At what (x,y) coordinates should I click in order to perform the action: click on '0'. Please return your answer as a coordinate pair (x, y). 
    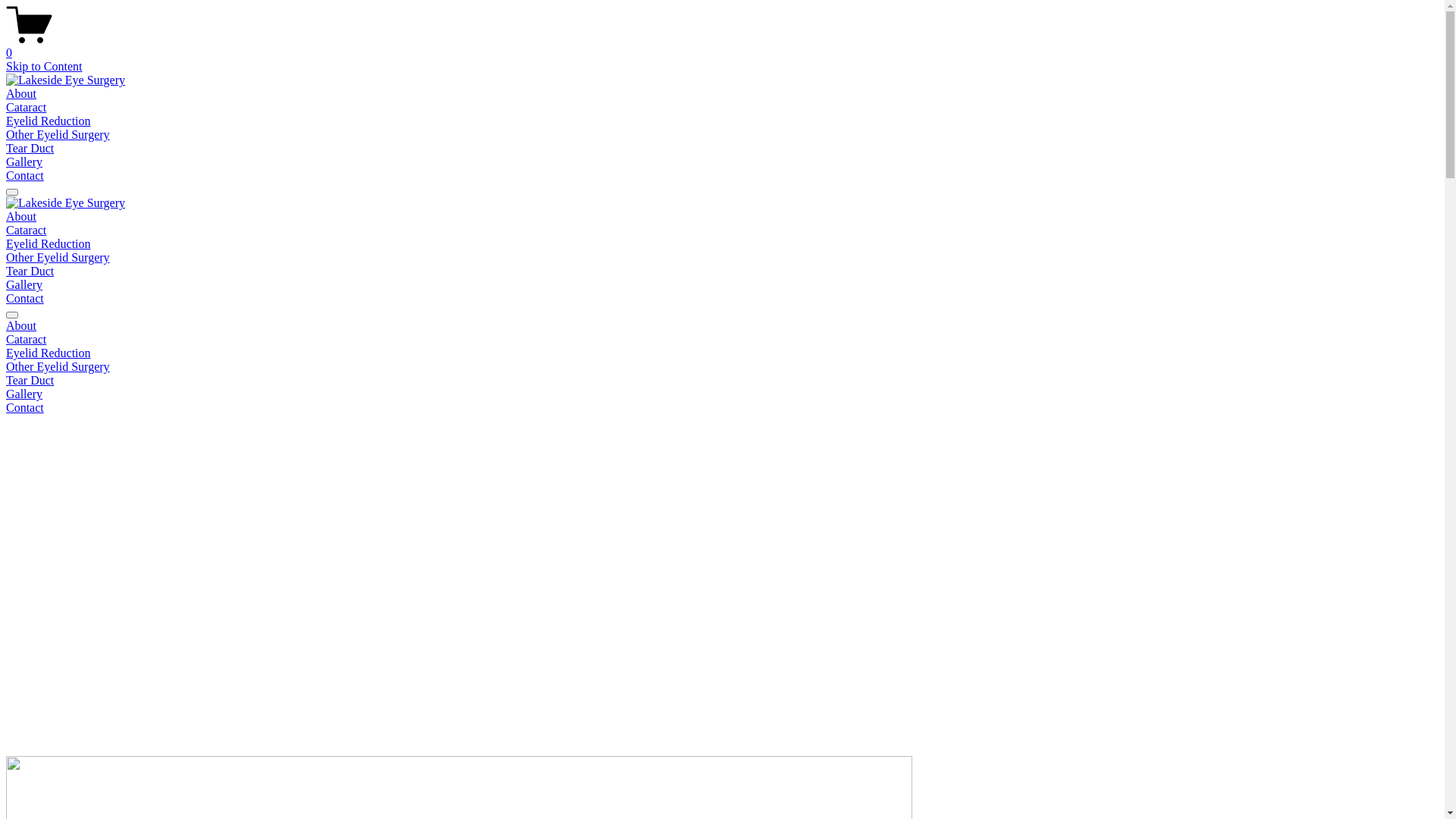
    Looking at the image, I should click on (721, 45).